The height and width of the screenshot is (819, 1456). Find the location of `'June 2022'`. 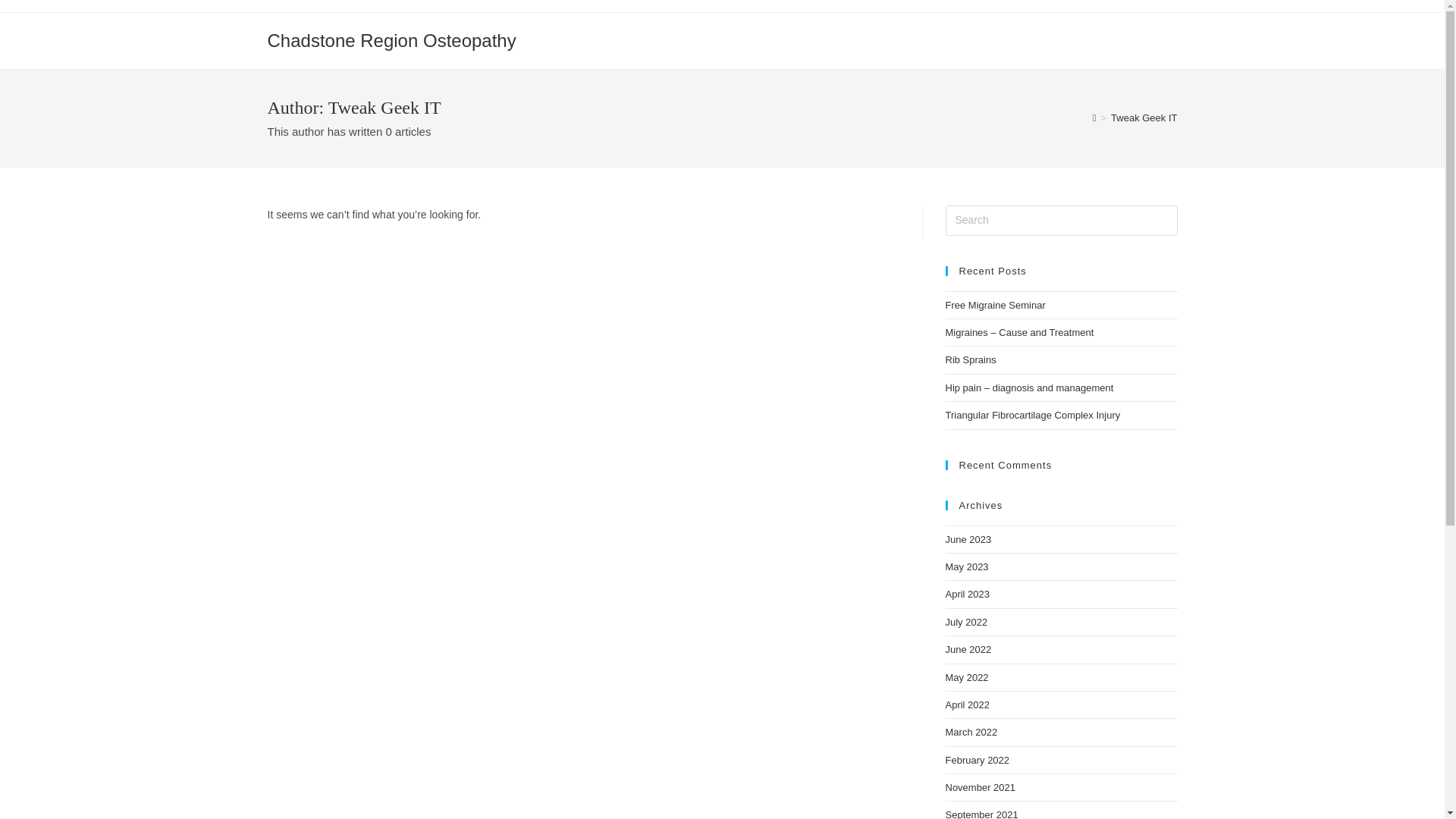

'June 2022' is located at coordinates (967, 648).